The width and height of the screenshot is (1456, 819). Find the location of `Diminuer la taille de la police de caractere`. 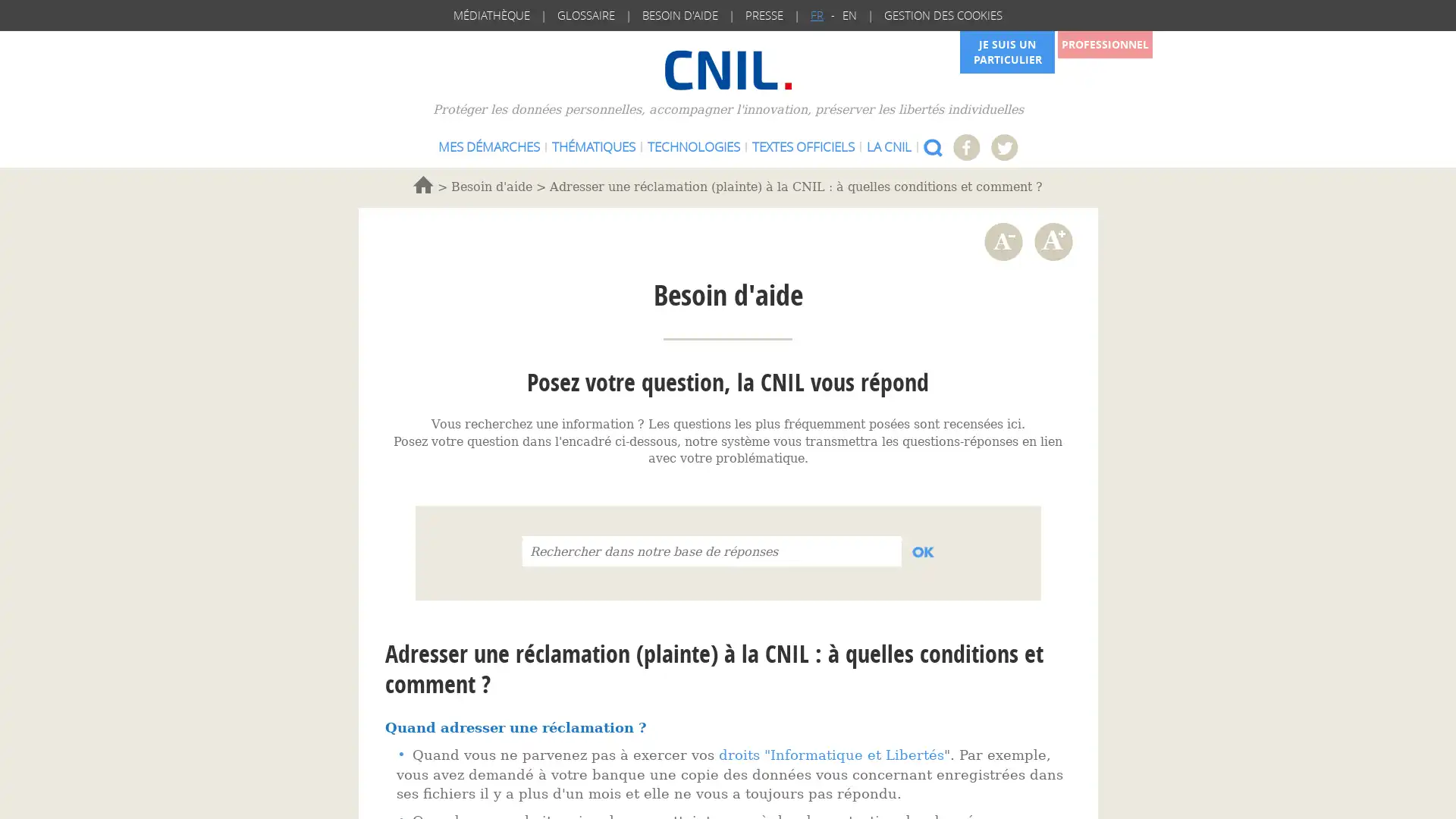

Diminuer la taille de la police de caractere is located at coordinates (1003, 240).